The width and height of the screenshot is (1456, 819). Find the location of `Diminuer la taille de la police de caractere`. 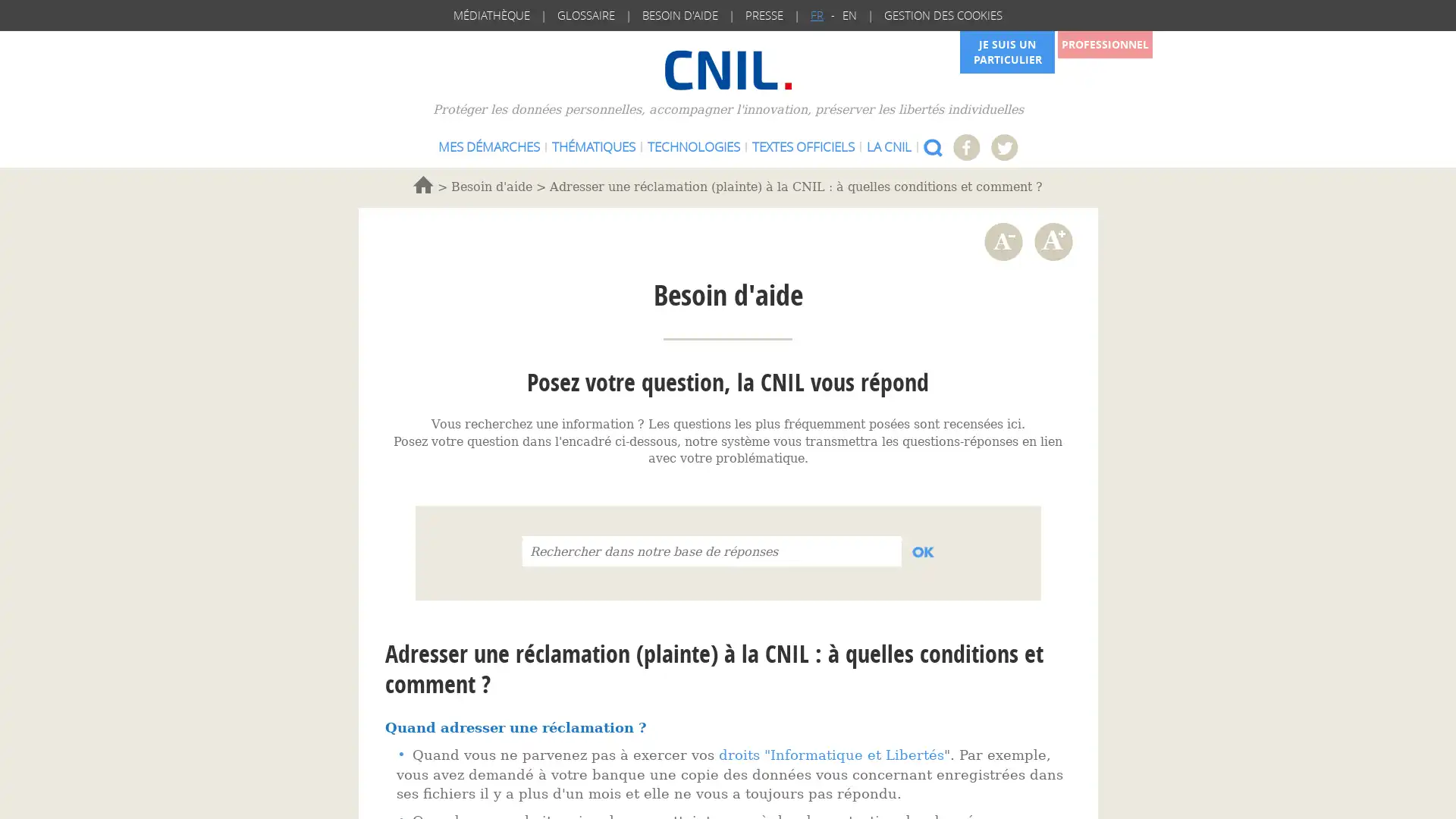

Diminuer la taille de la police de caractere is located at coordinates (1003, 240).